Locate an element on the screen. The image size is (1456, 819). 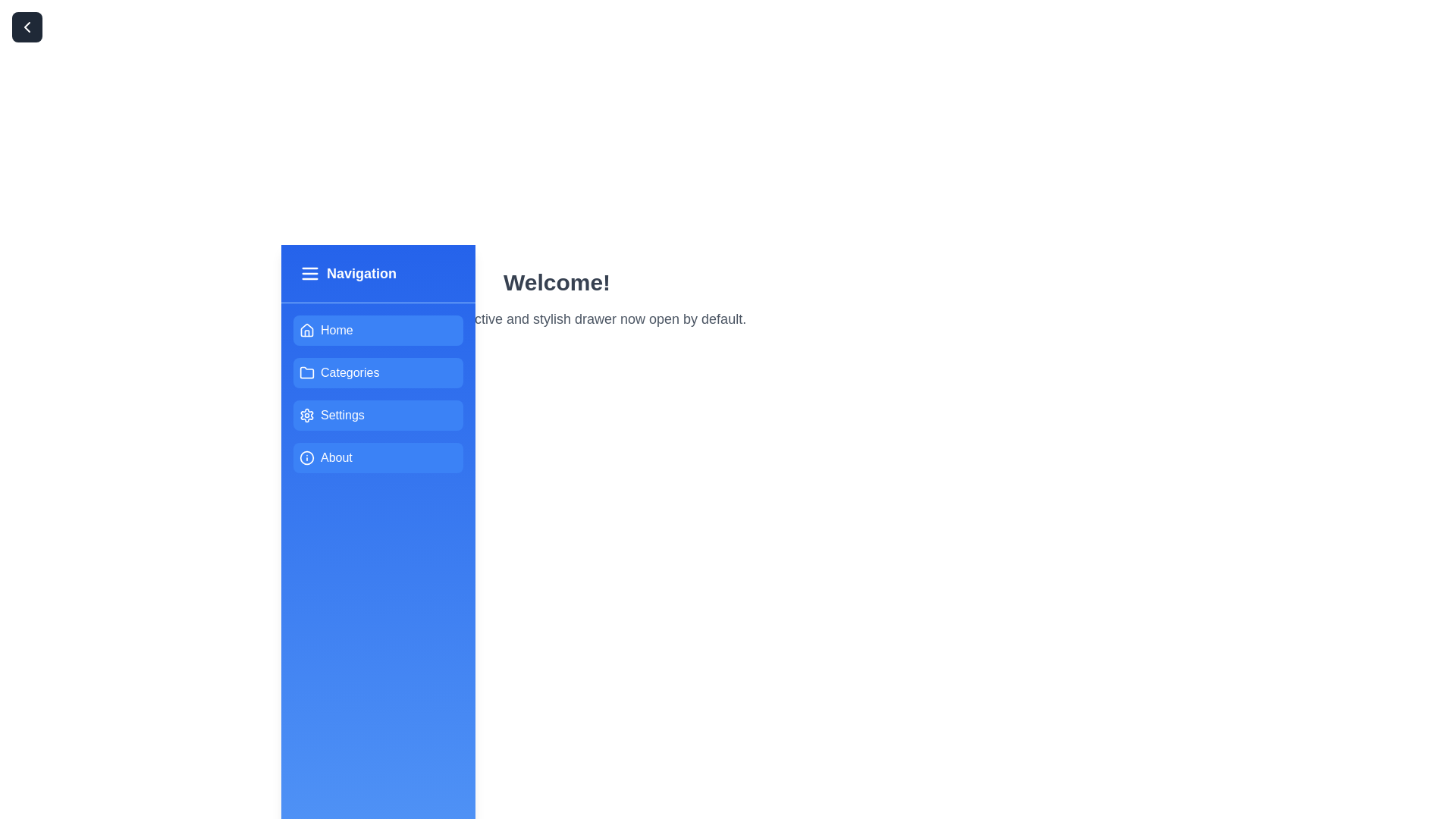
the gear icon representing settings, located beside the 'Settings' text in the navigation menu is located at coordinates (306, 415).